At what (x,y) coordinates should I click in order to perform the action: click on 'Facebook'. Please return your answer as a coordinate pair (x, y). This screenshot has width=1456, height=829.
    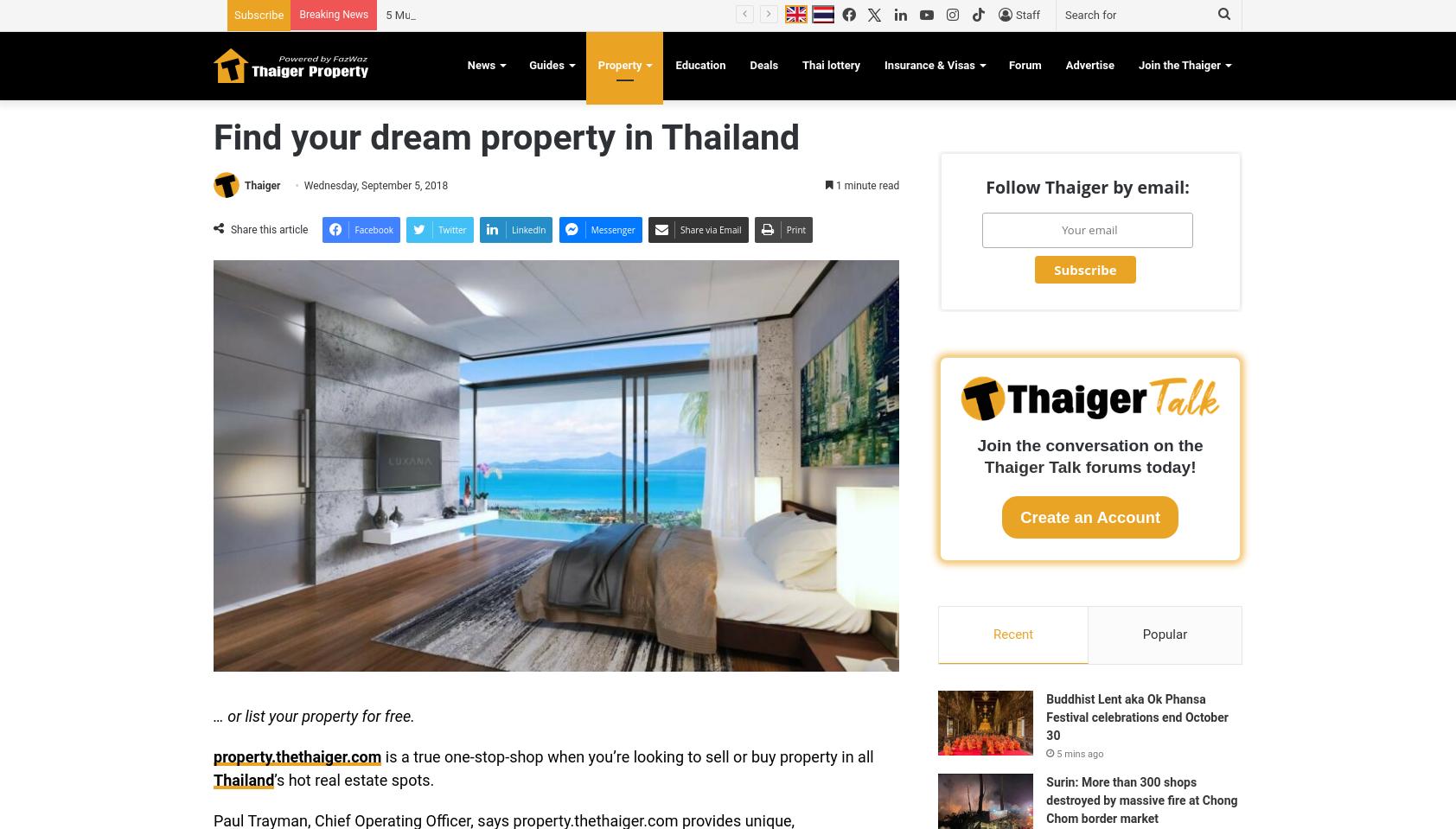
    Looking at the image, I should click on (354, 228).